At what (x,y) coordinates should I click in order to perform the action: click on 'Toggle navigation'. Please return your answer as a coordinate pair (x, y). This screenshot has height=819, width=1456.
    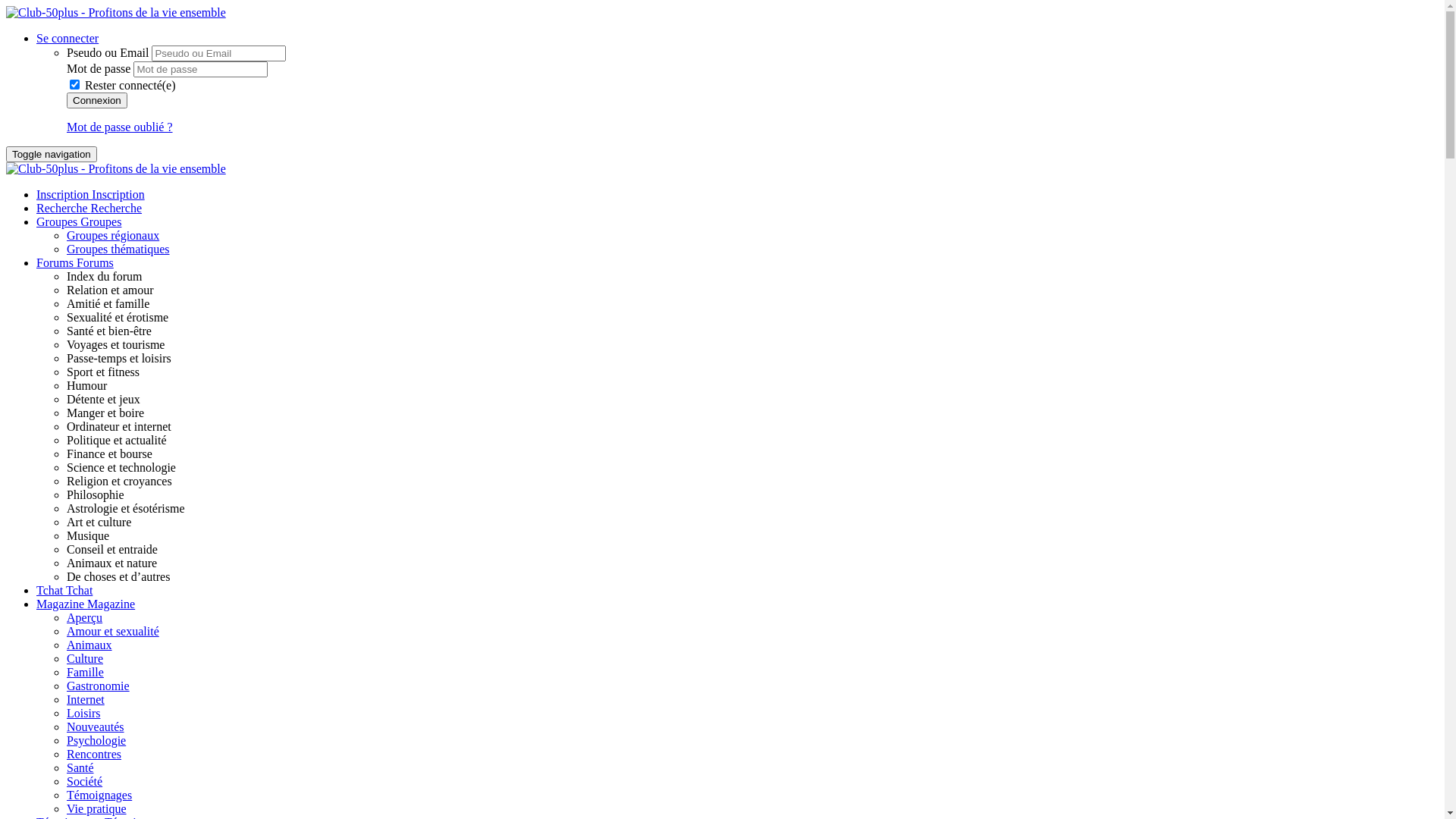
    Looking at the image, I should click on (51, 154).